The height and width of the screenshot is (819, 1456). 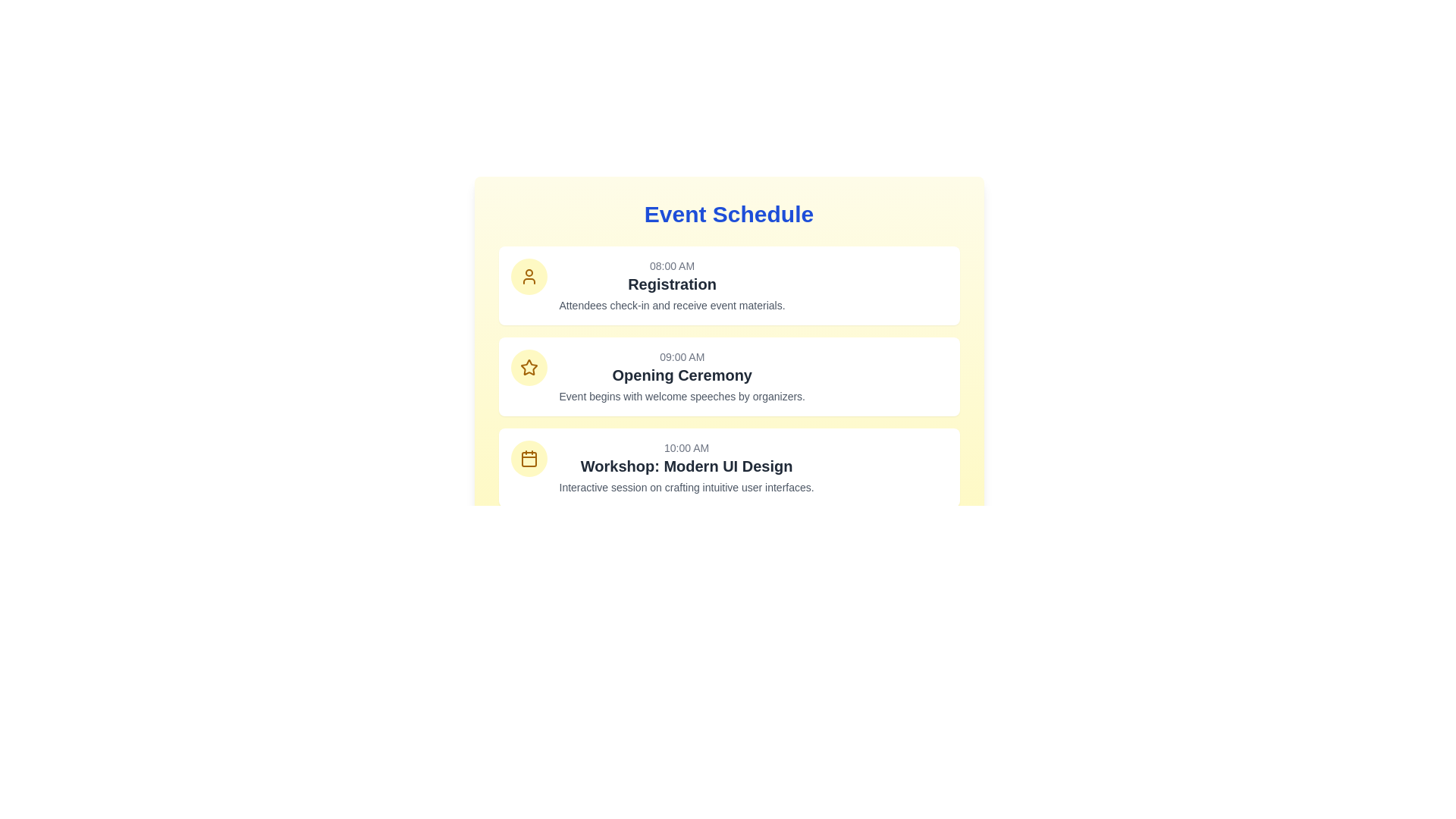 What do you see at coordinates (529, 277) in the screenshot?
I see `the 'Registration' event icon, which is represented by a circular yellow background located to the left of the event title text` at bounding box center [529, 277].